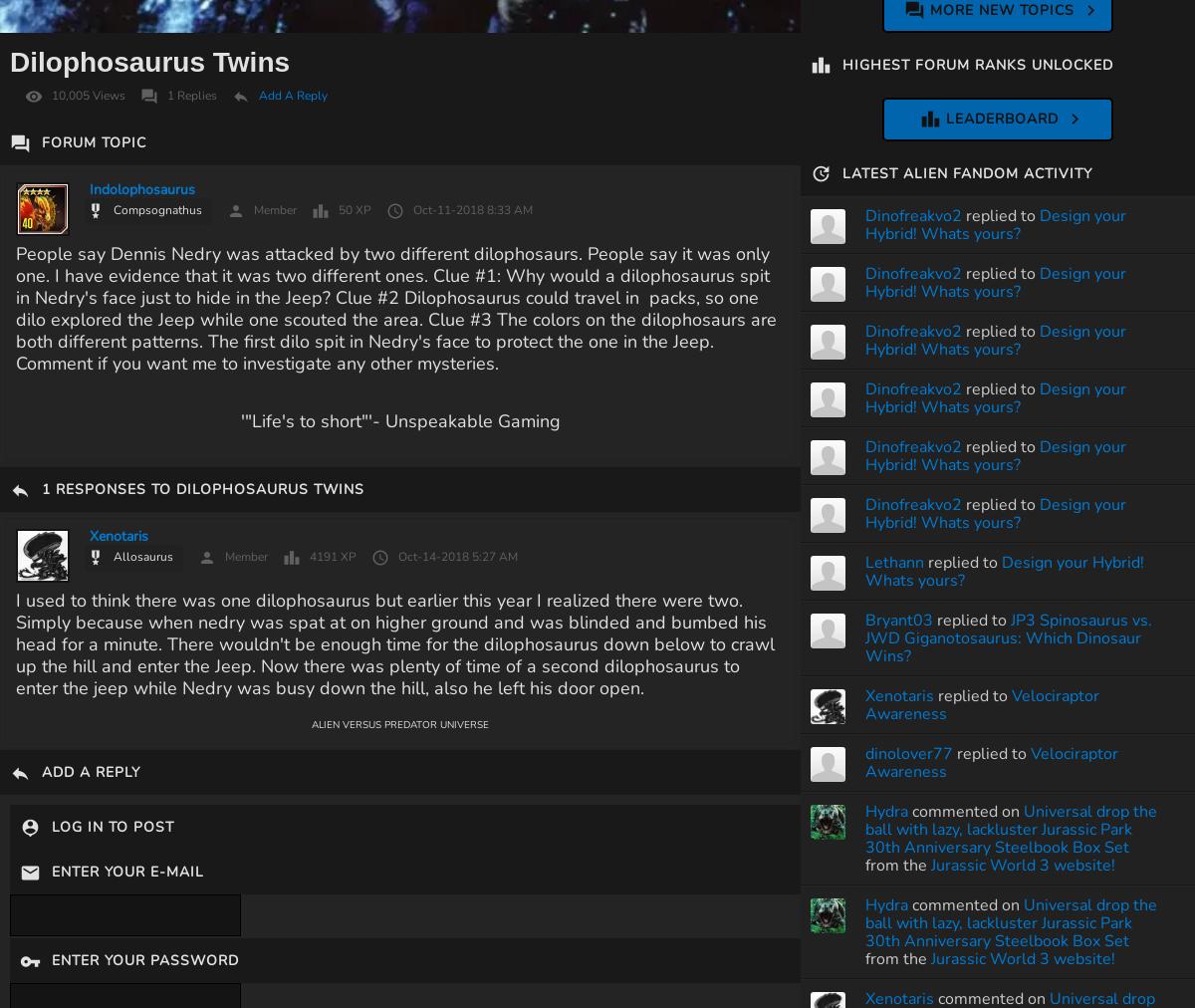  Describe the element at coordinates (456, 556) in the screenshot. I see `'Oct-14-2018 5:27 AM'` at that location.